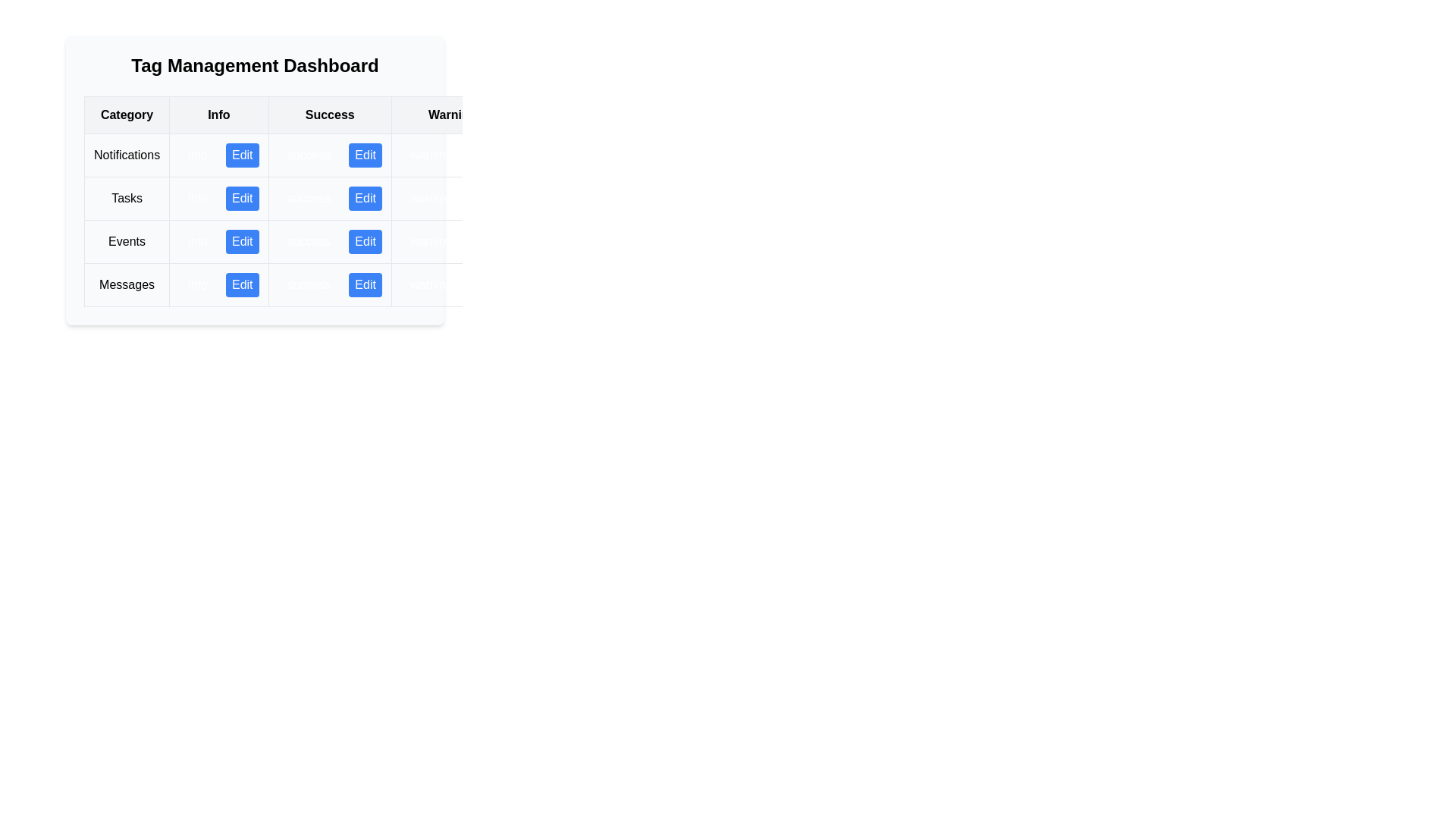 This screenshot has width=1456, height=819. I want to click on the 'Edit' button which is a blue rounded rectangle located next to the 'warning' badge in the 'Tasks' row under the 'Warning' column, so click(451, 198).